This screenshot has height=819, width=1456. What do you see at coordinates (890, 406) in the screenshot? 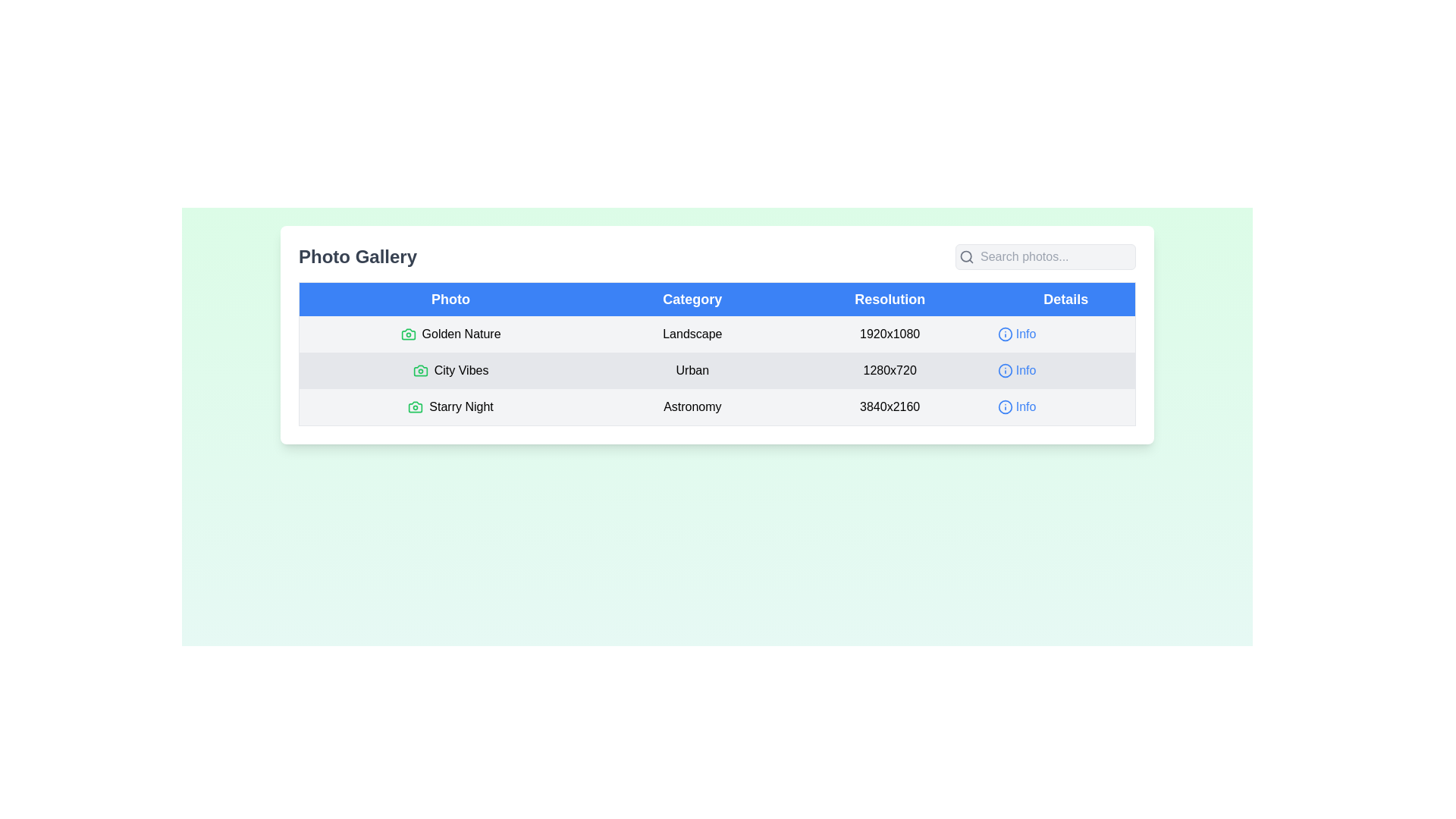
I see `the text element displaying the resolution '3840x2160'` at bounding box center [890, 406].